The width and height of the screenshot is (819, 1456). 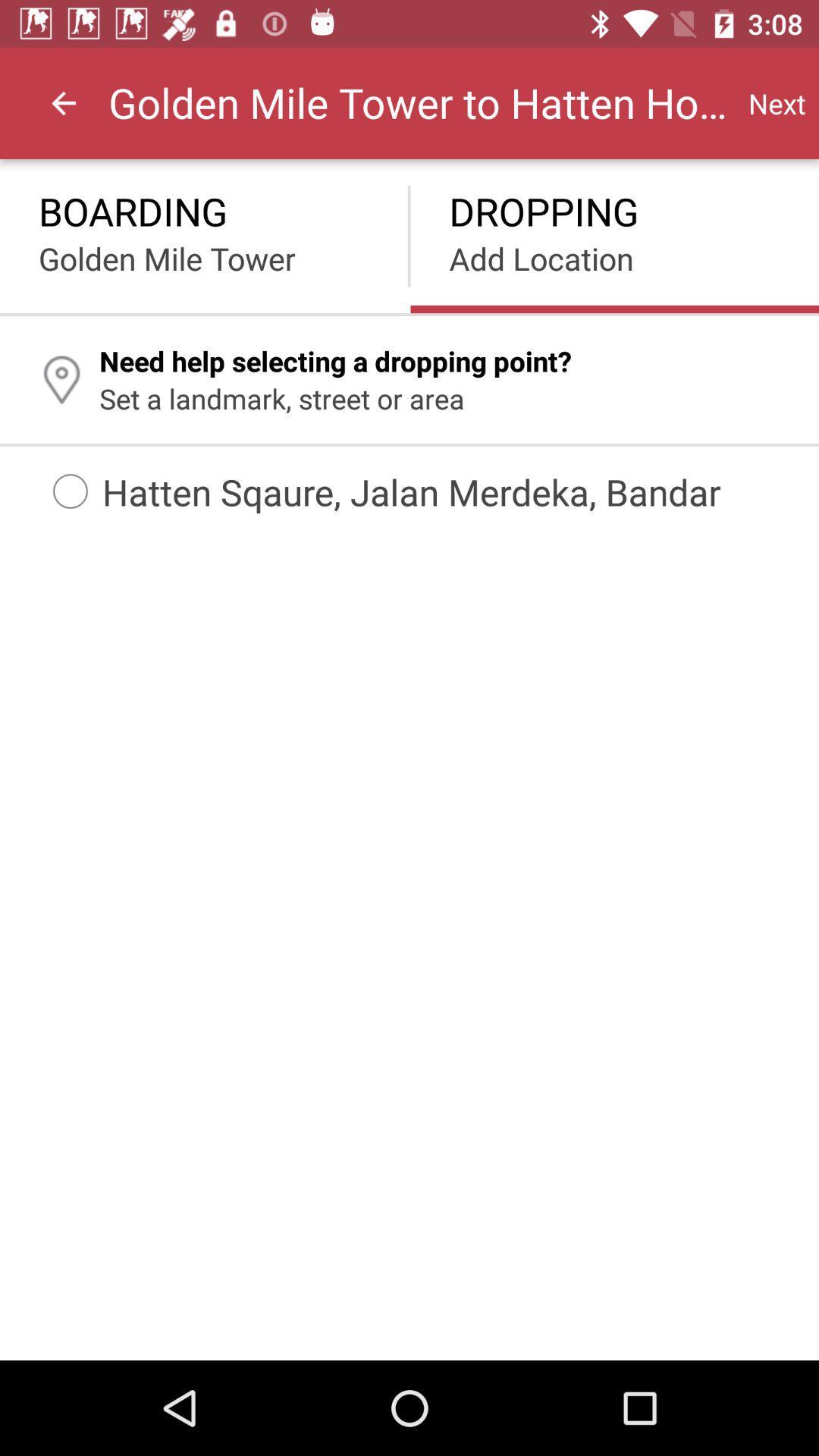 I want to click on previous, so click(x=63, y=102).